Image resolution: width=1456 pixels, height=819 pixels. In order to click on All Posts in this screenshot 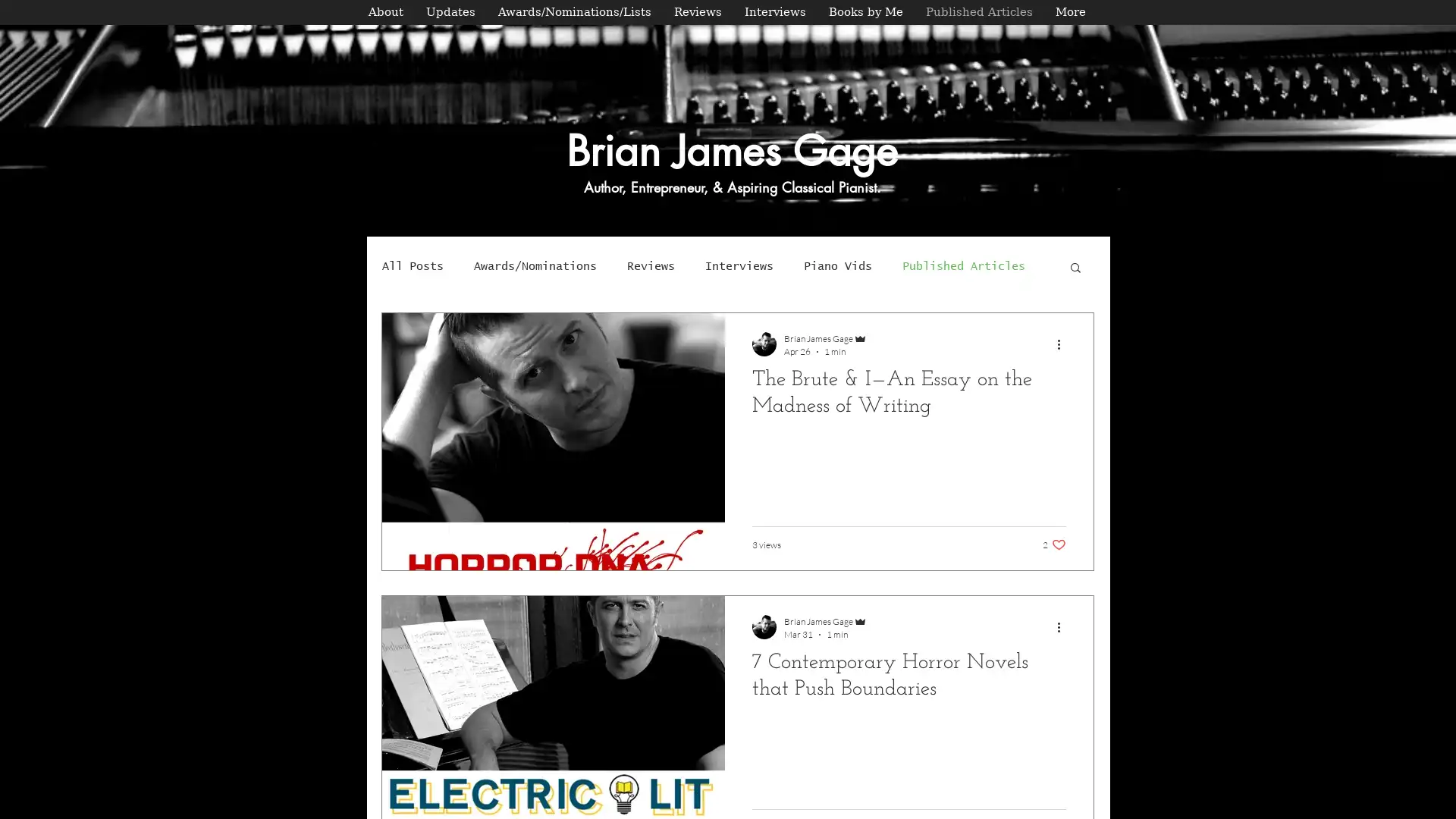, I will do `click(413, 265)`.